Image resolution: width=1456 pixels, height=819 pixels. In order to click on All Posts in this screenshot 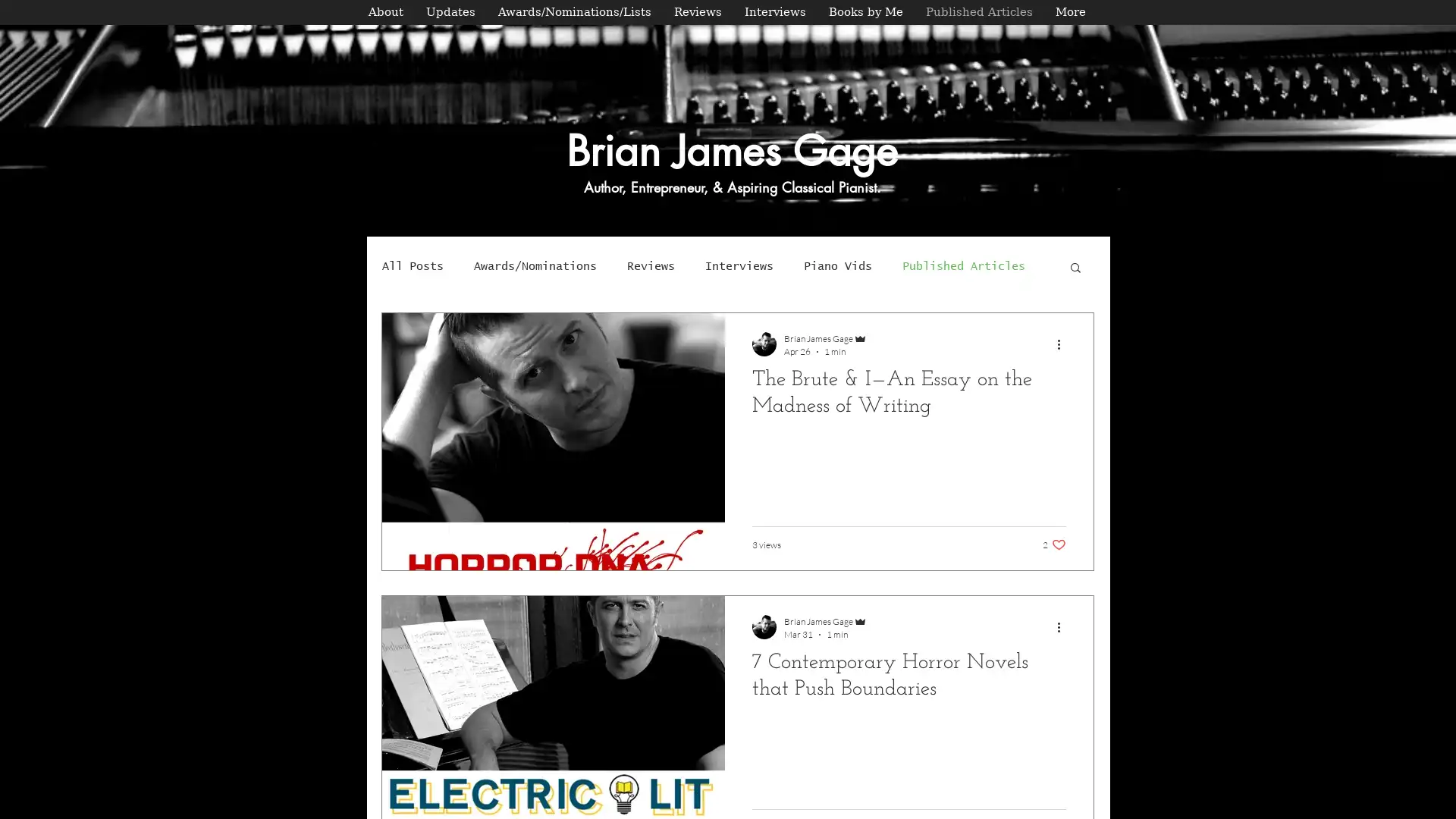, I will do `click(413, 265)`.